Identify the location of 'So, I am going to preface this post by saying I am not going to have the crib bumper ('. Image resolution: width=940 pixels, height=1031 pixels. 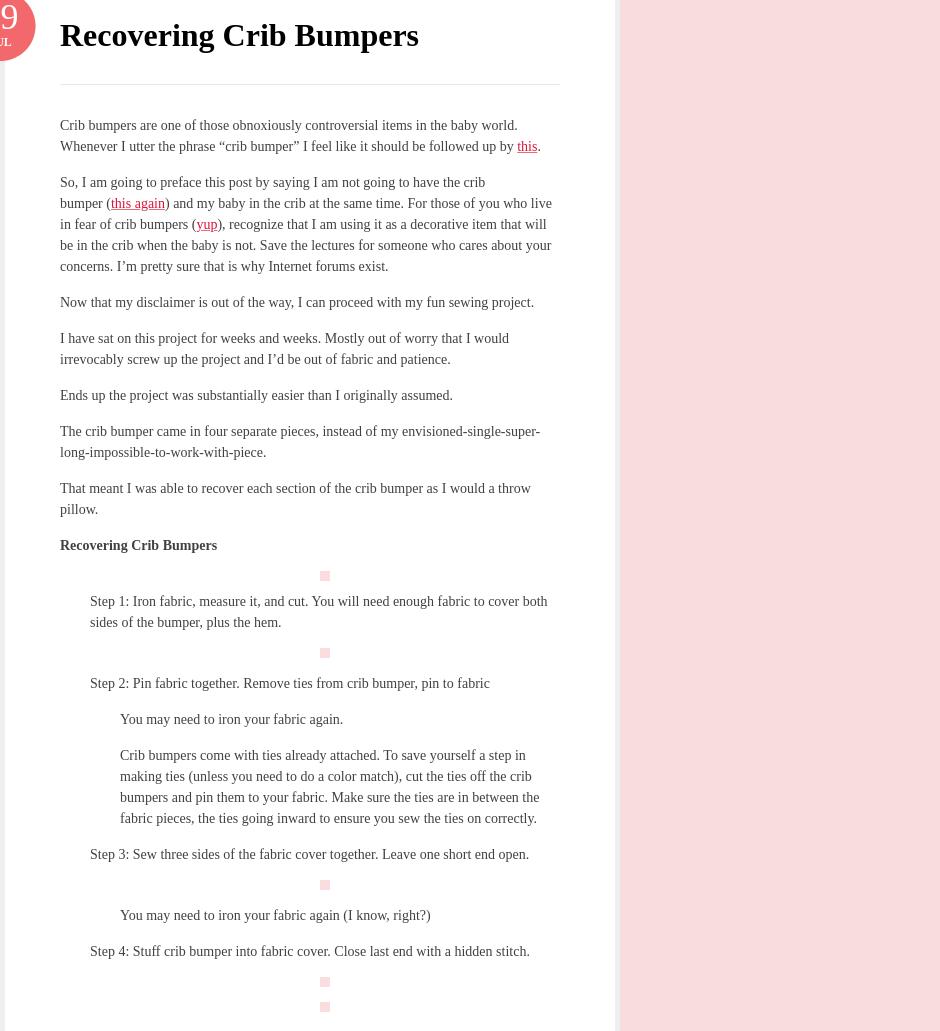
(58, 192).